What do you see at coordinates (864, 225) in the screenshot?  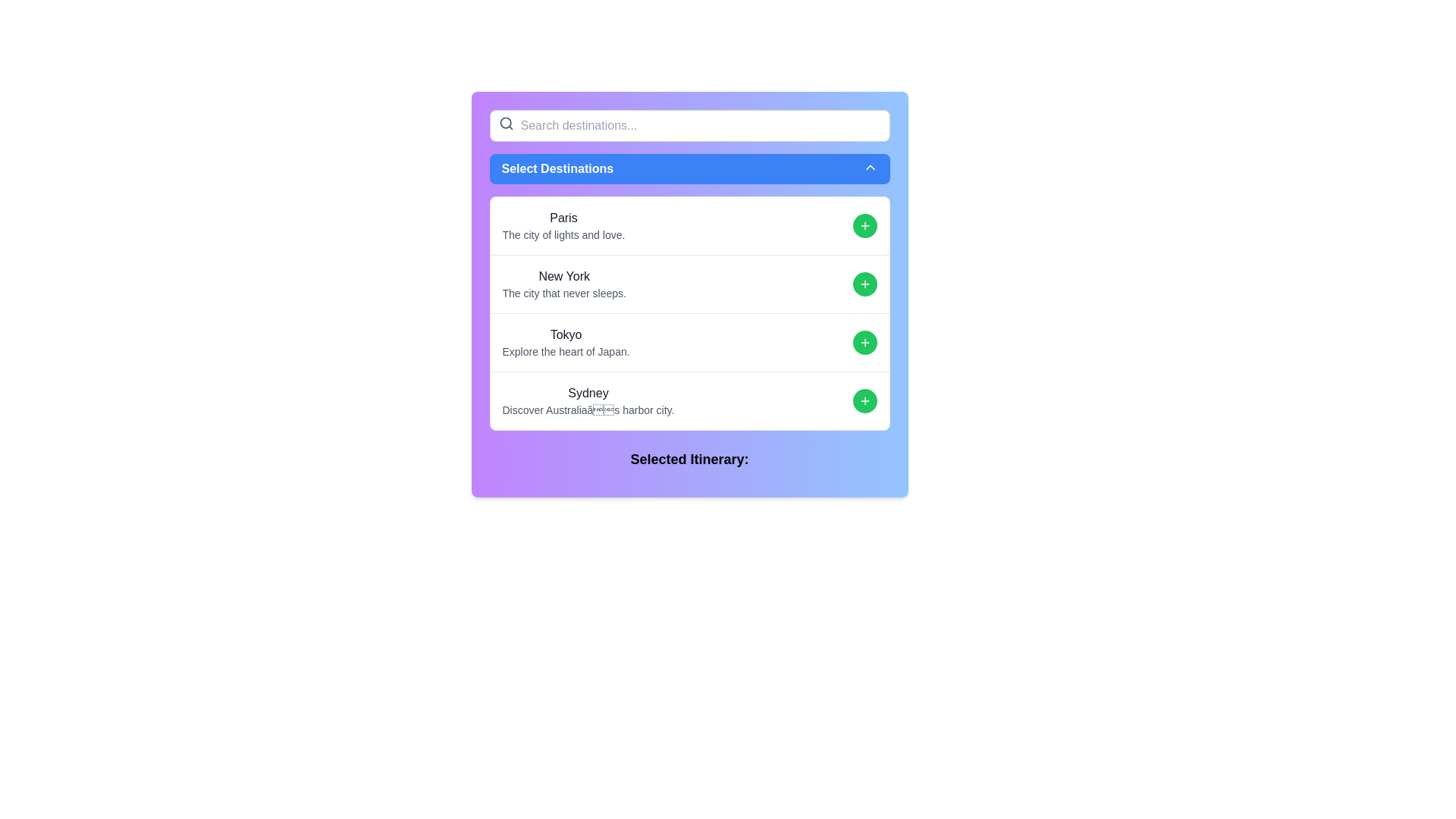 I see `the button` at bounding box center [864, 225].